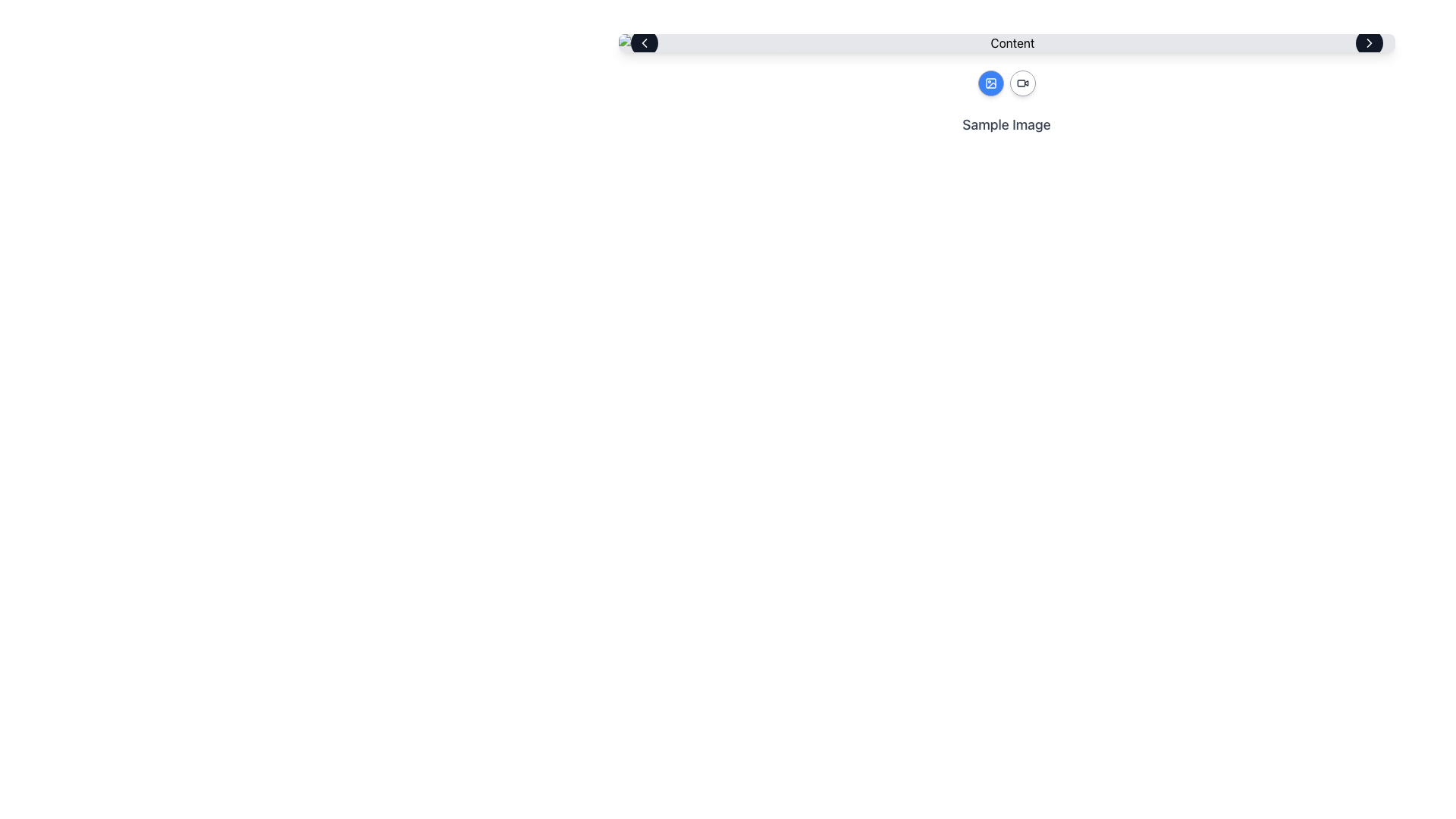 The image size is (1456, 819). What do you see at coordinates (1369, 42) in the screenshot?
I see `the circular button with a dark background and a white arrow icon pointing to the right` at bounding box center [1369, 42].